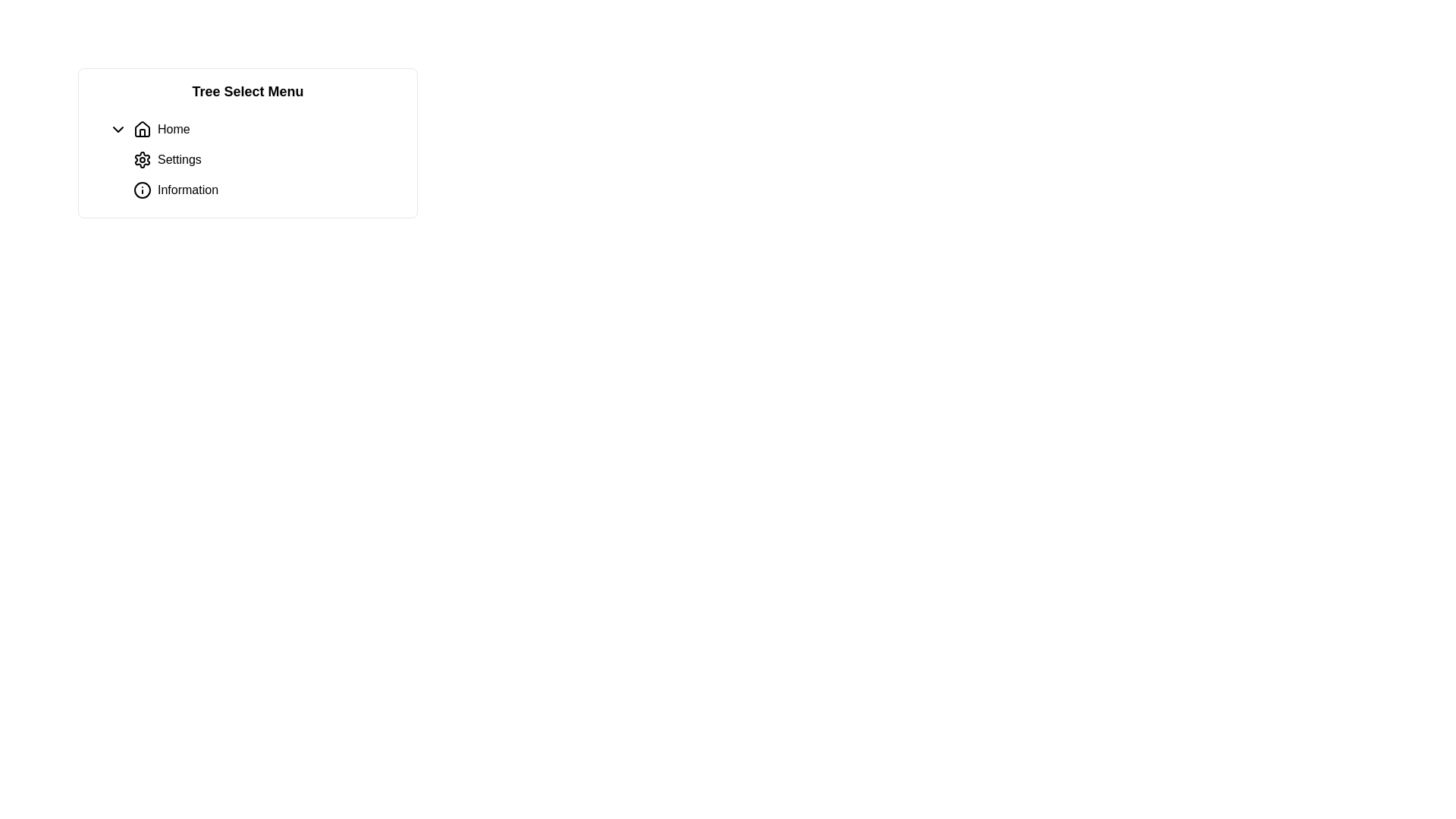 The width and height of the screenshot is (1456, 819). I want to click on the 'Settings' icon located in the 'Tree Select Menu', which is positioned to the left of the 'Settings' label, so click(142, 160).